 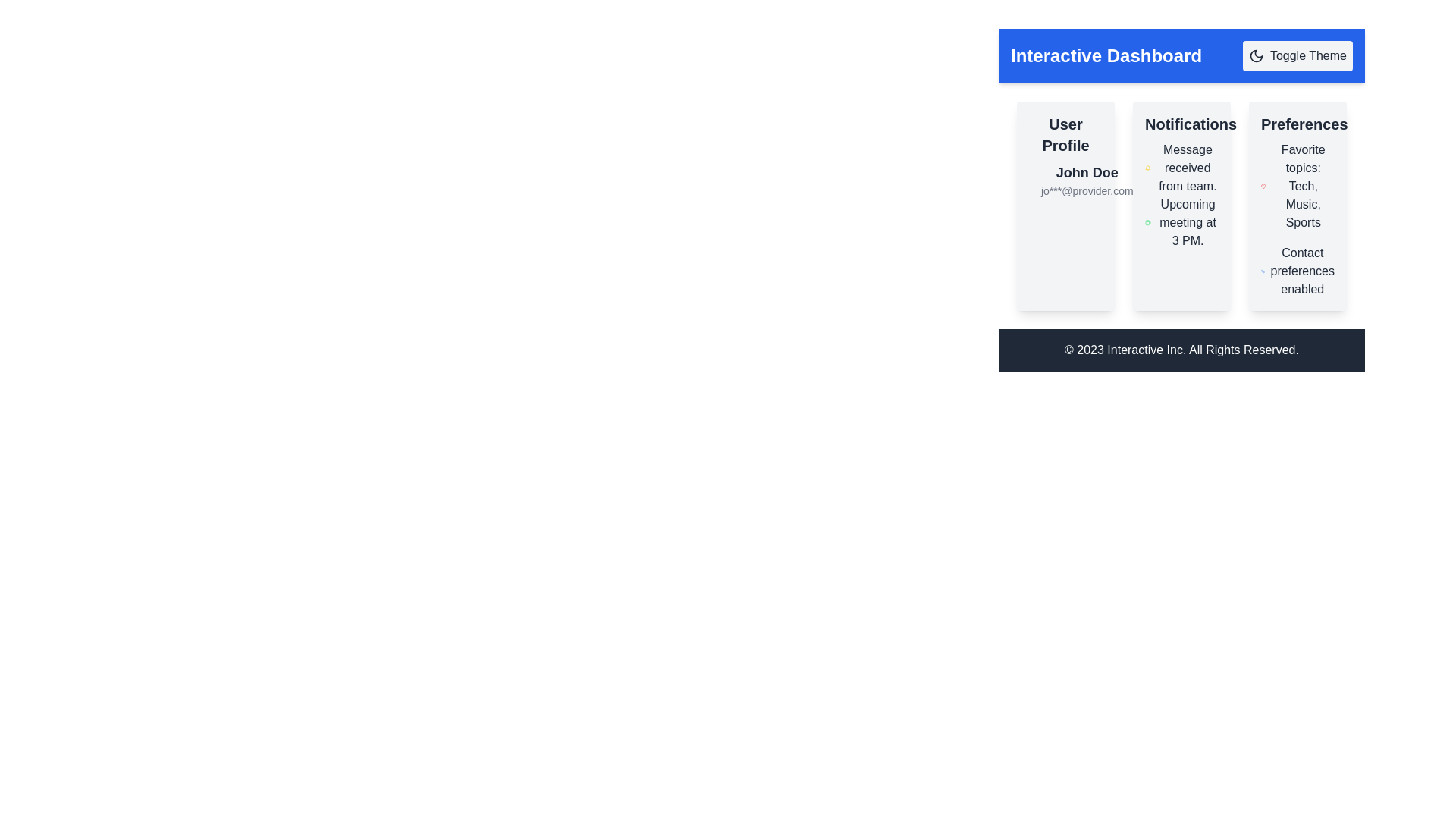 What do you see at coordinates (1297, 55) in the screenshot?
I see `the 'Toggle Theme' button with a moon icon located in the top-right corner of the 'Interactive Dashboard' navigation bar` at bounding box center [1297, 55].